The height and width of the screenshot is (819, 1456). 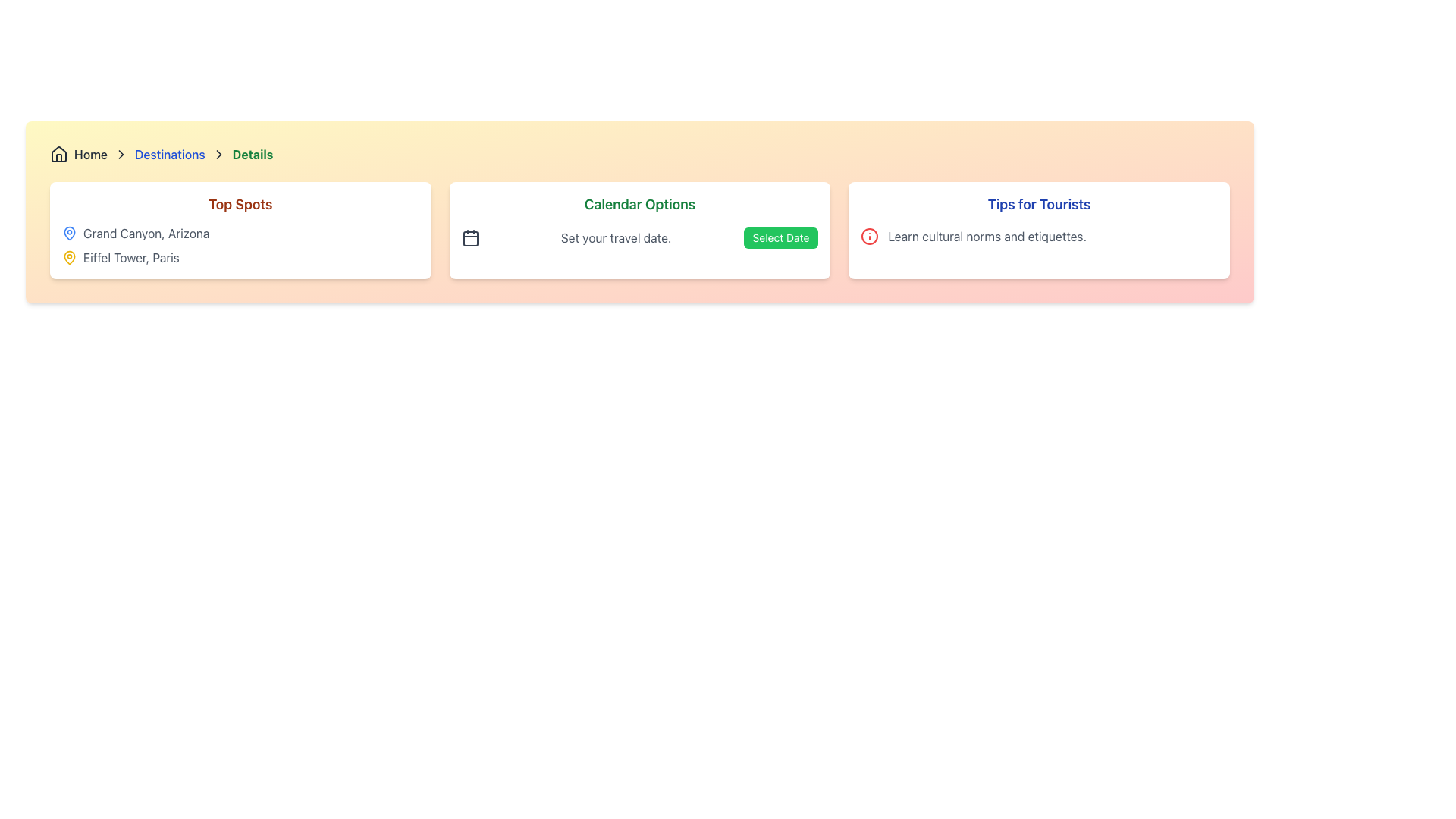 What do you see at coordinates (253, 155) in the screenshot?
I see `the 'Details' text label, which is styled with bold green font and is part of a breadcrumb navigation interface, located to the right of the 'Destinations' label` at bounding box center [253, 155].